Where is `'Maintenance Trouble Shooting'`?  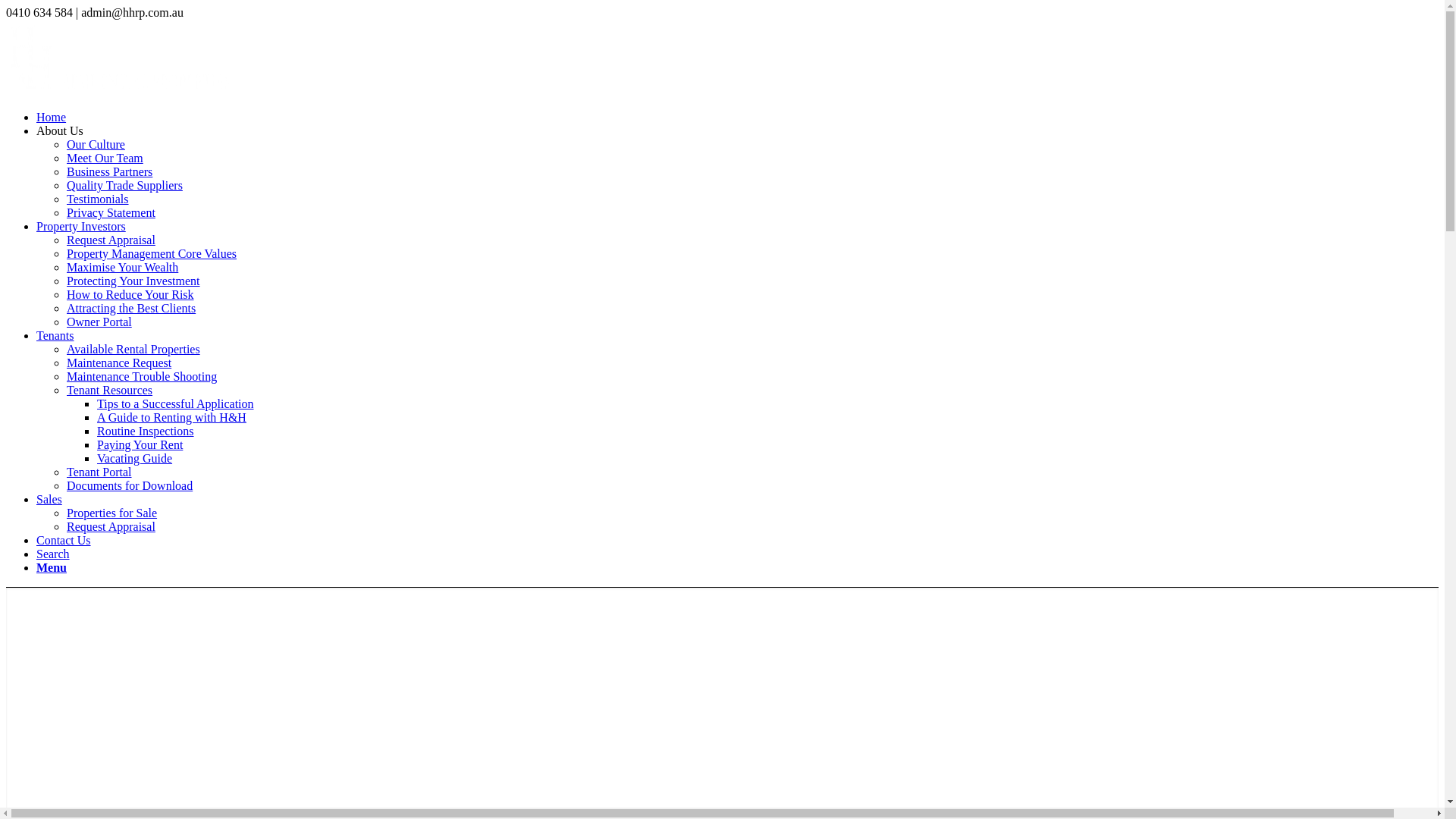
'Maintenance Trouble Shooting' is located at coordinates (142, 375).